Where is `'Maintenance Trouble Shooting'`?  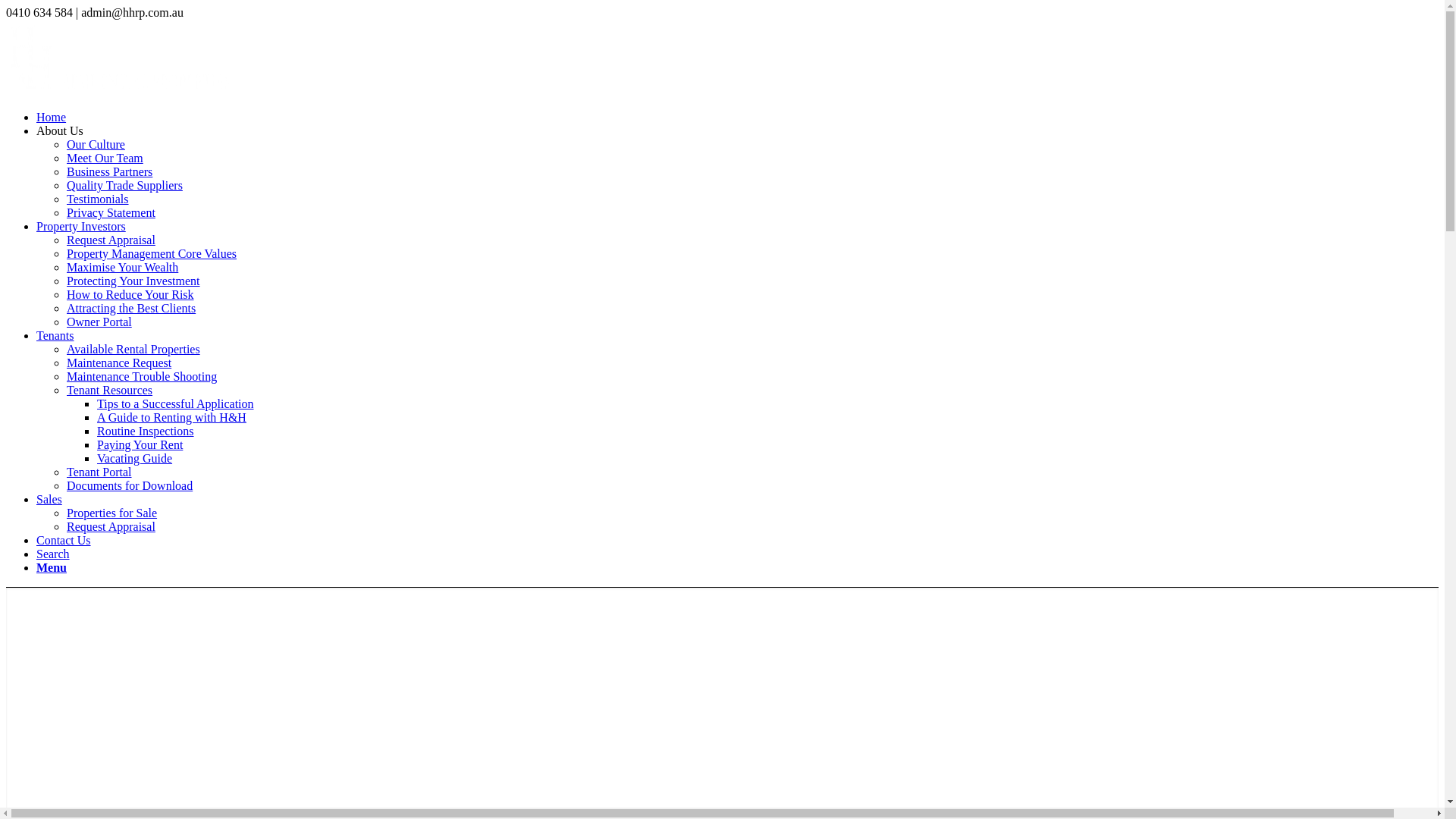
'Maintenance Trouble Shooting' is located at coordinates (142, 375).